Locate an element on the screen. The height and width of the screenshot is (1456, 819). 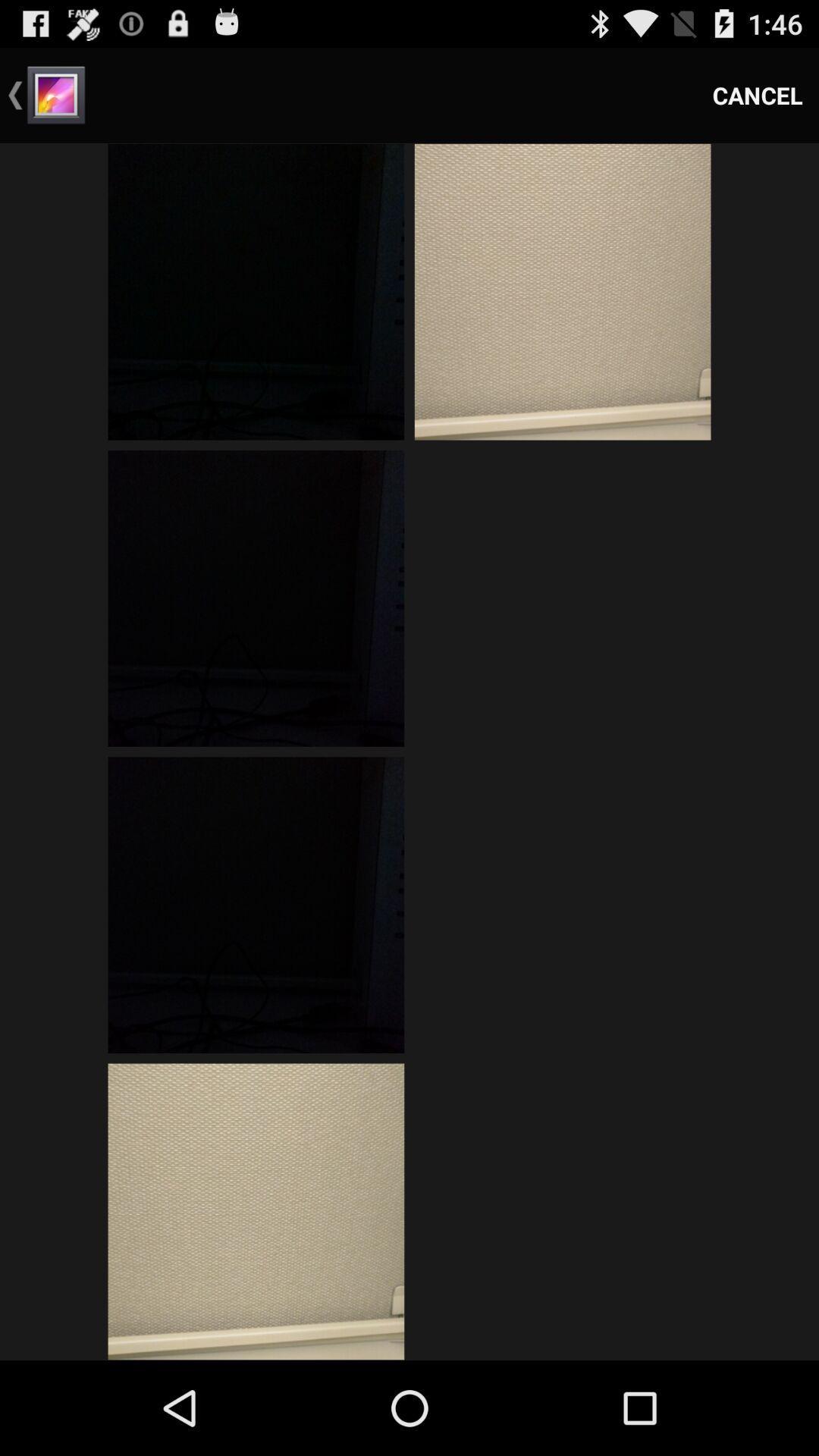
the cancel is located at coordinates (758, 94).